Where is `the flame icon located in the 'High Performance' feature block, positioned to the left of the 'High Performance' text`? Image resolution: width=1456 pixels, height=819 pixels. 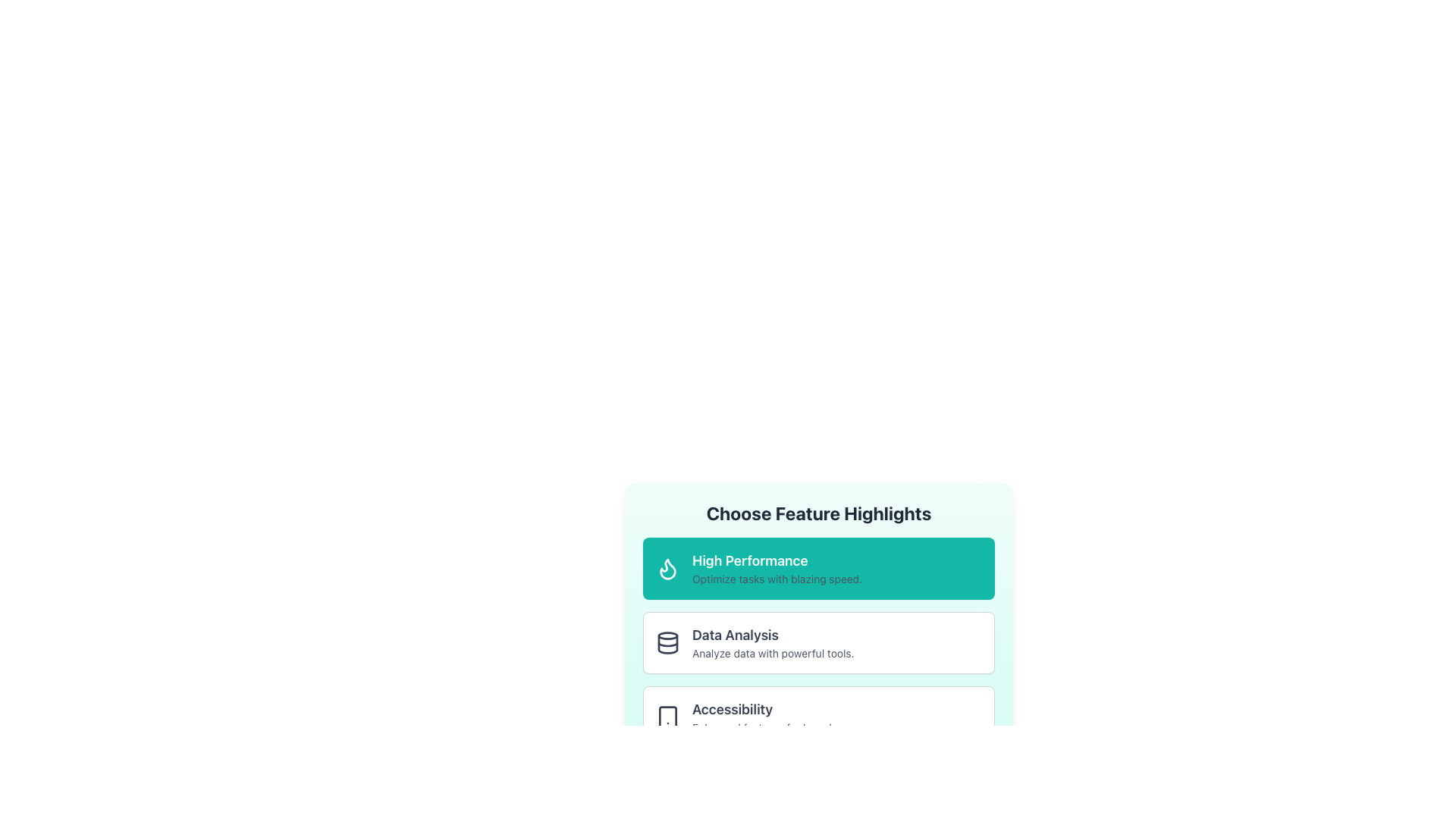 the flame icon located in the 'High Performance' feature block, positioned to the left of the 'High Performance' text is located at coordinates (667, 568).